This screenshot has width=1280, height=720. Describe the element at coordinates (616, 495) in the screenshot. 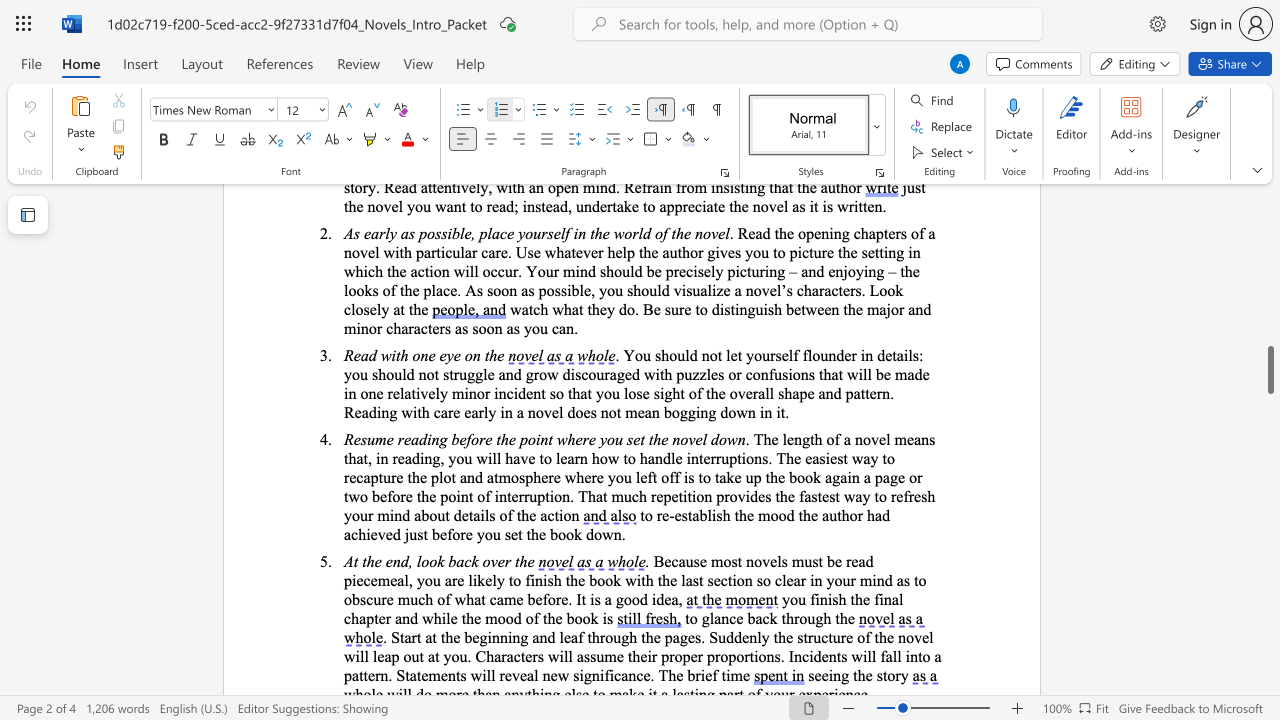

I see `the 3th character "m" in the text` at that location.